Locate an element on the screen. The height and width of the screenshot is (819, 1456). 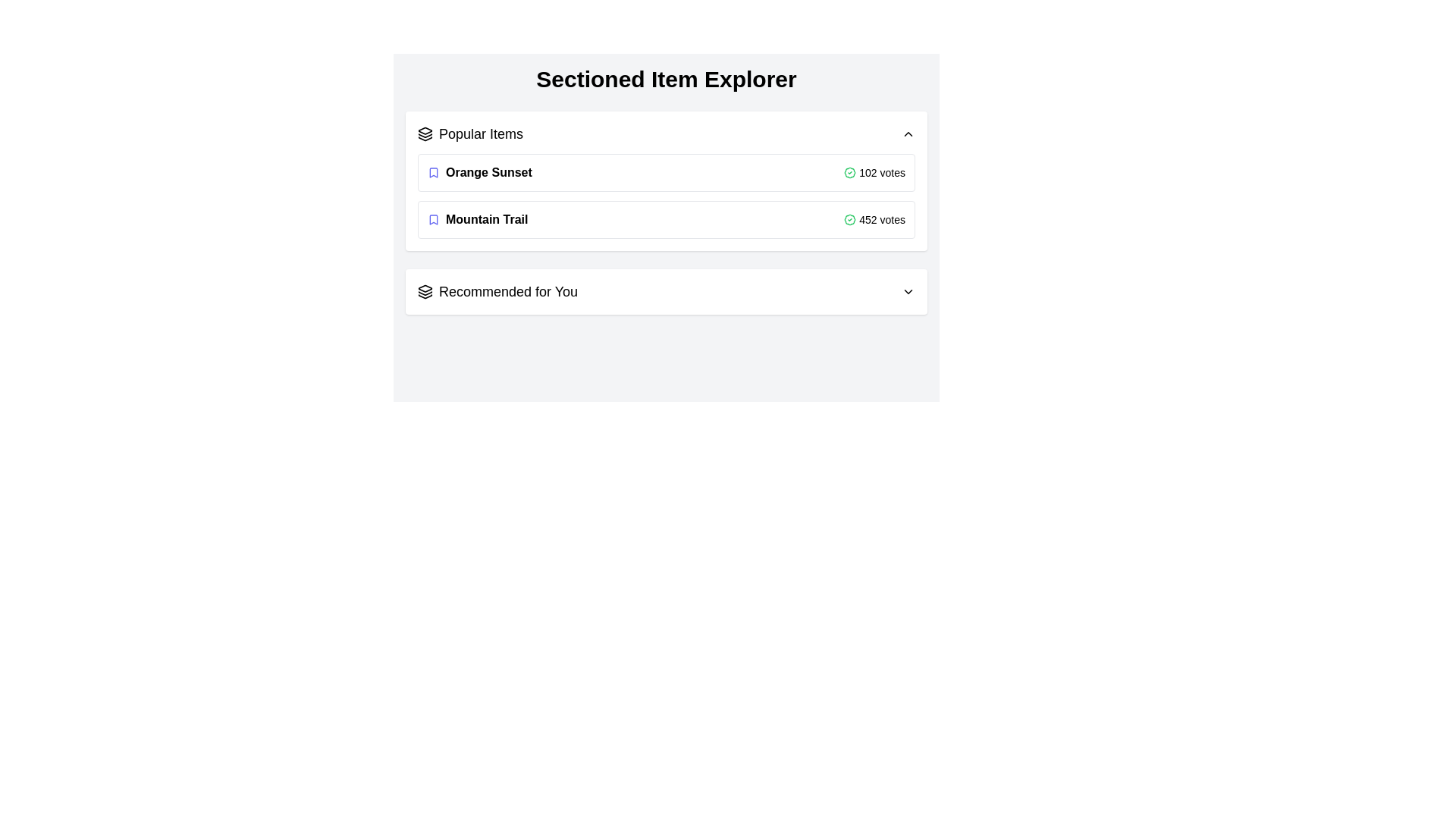
the Decorative icon that enhances the visual identity of the 'Popular Items' section label, located near the top of the interface is located at coordinates (425, 130).